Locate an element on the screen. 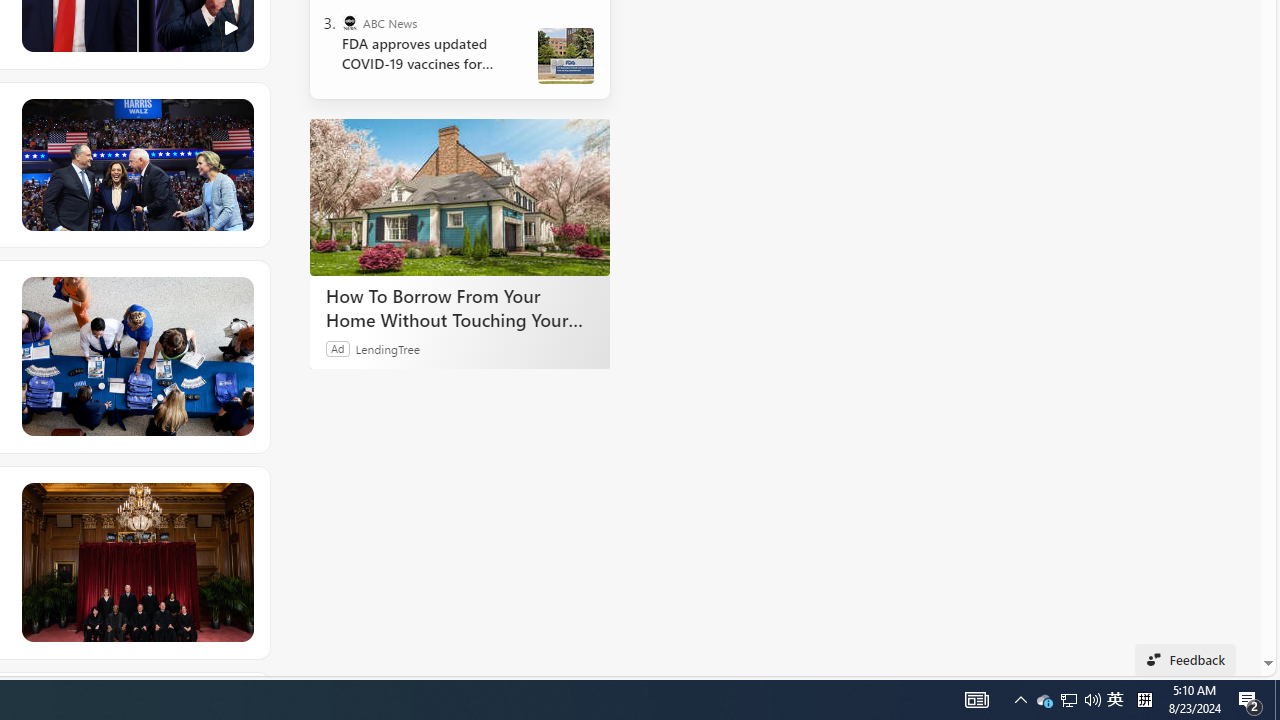 The image size is (1280, 720). 'ABC News' is located at coordinates (350, 23).